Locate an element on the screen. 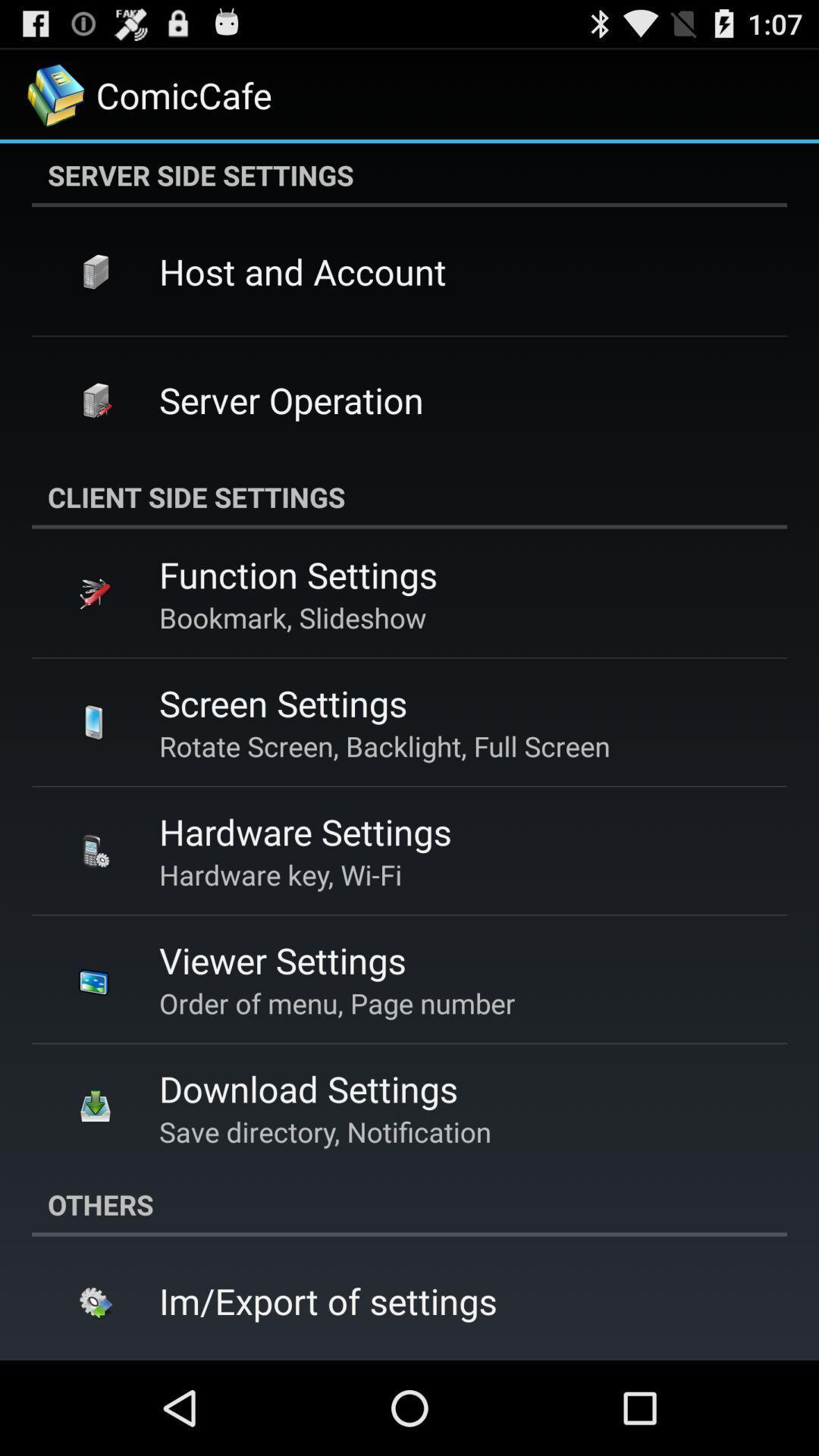  app below bookmark, slideshow app is located at coordinates (283, 702).